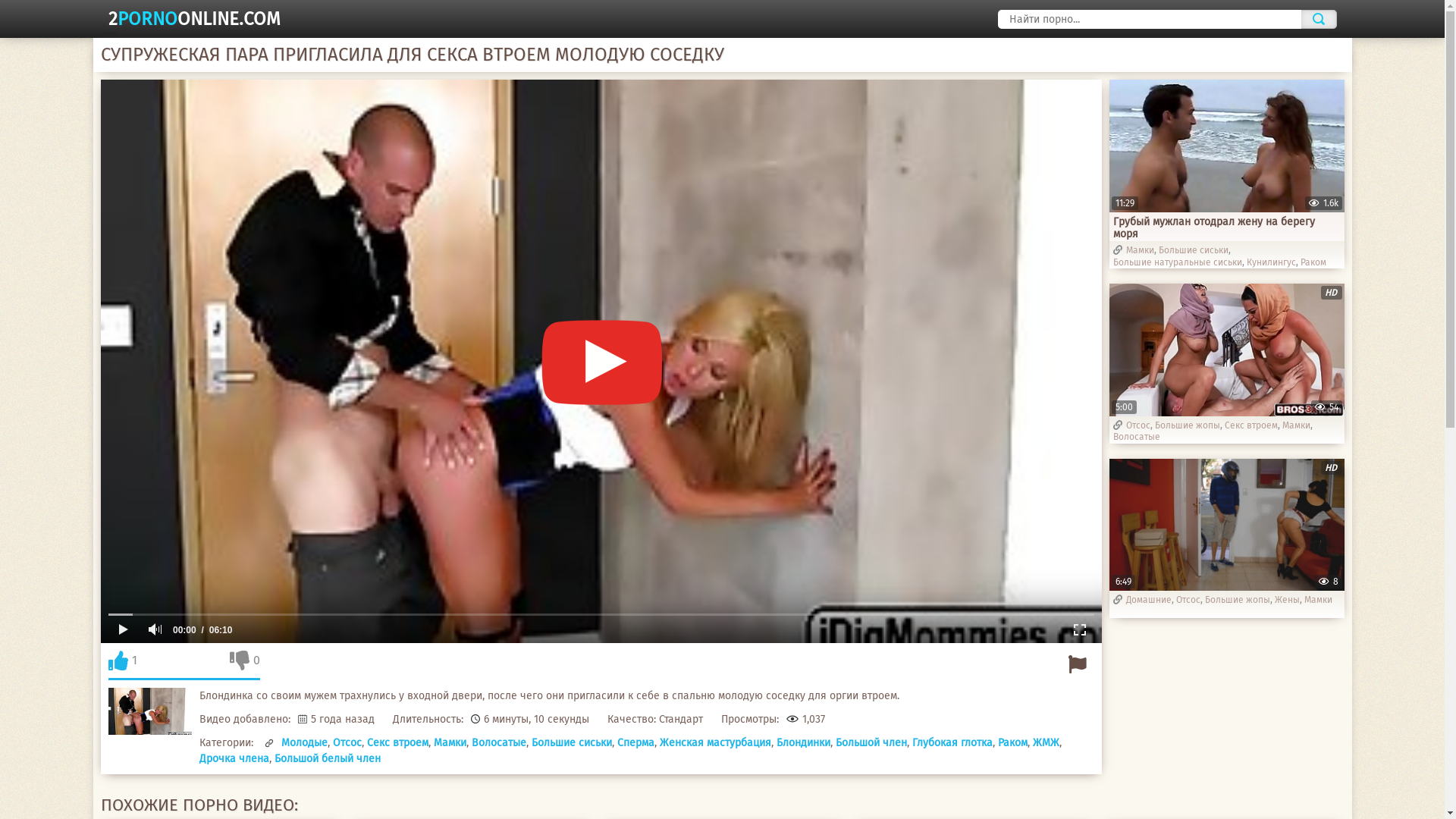  What do you see at coordinates (1226, 523) in the screenshot?
I see `'HD` at bounding box center [1226, 523].